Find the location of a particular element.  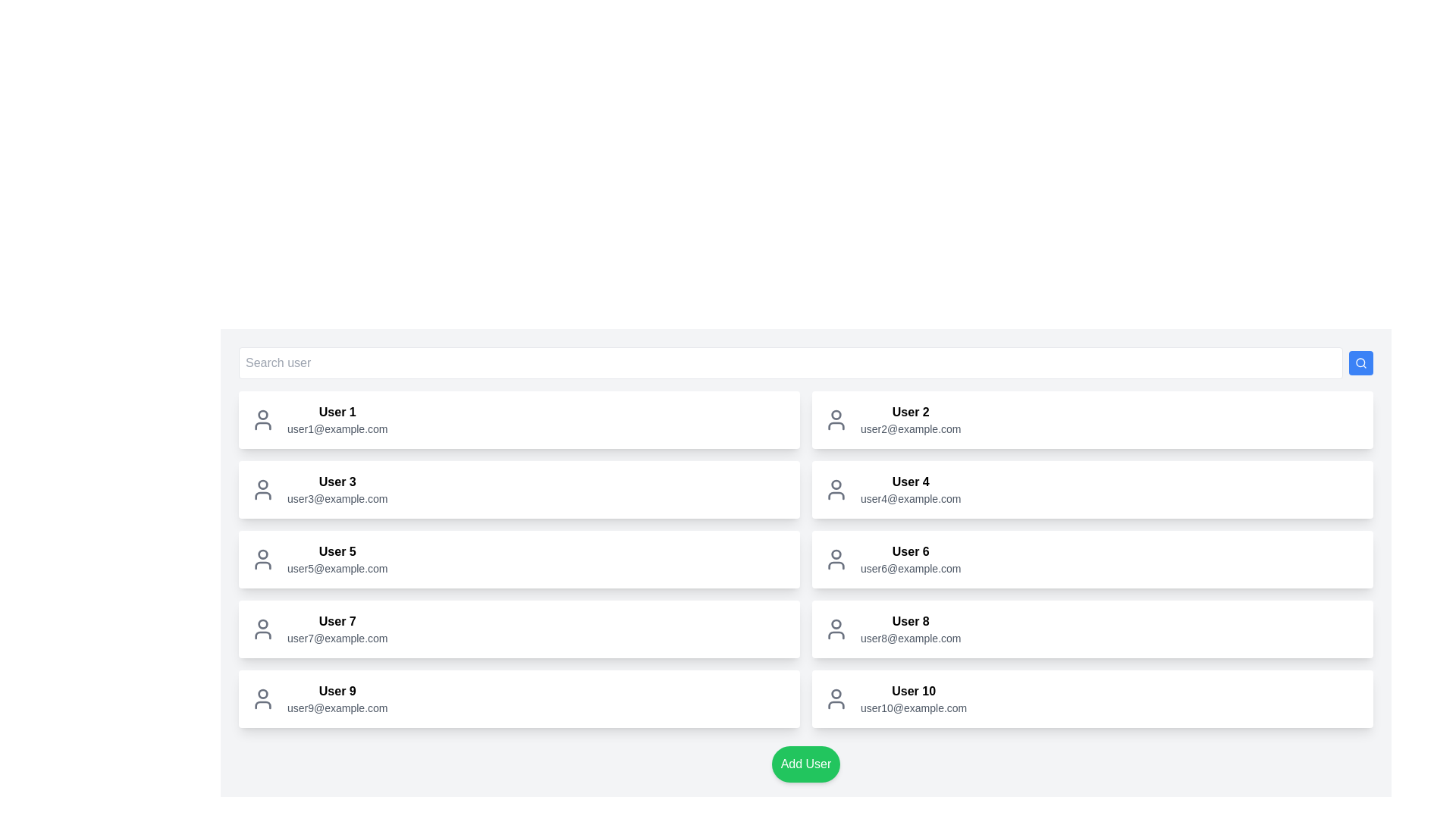

the User card element displaying 'User 8' and 'user8@example.com', located in the fourth row of the right column of user cards is located at coordinates (1092, 629).